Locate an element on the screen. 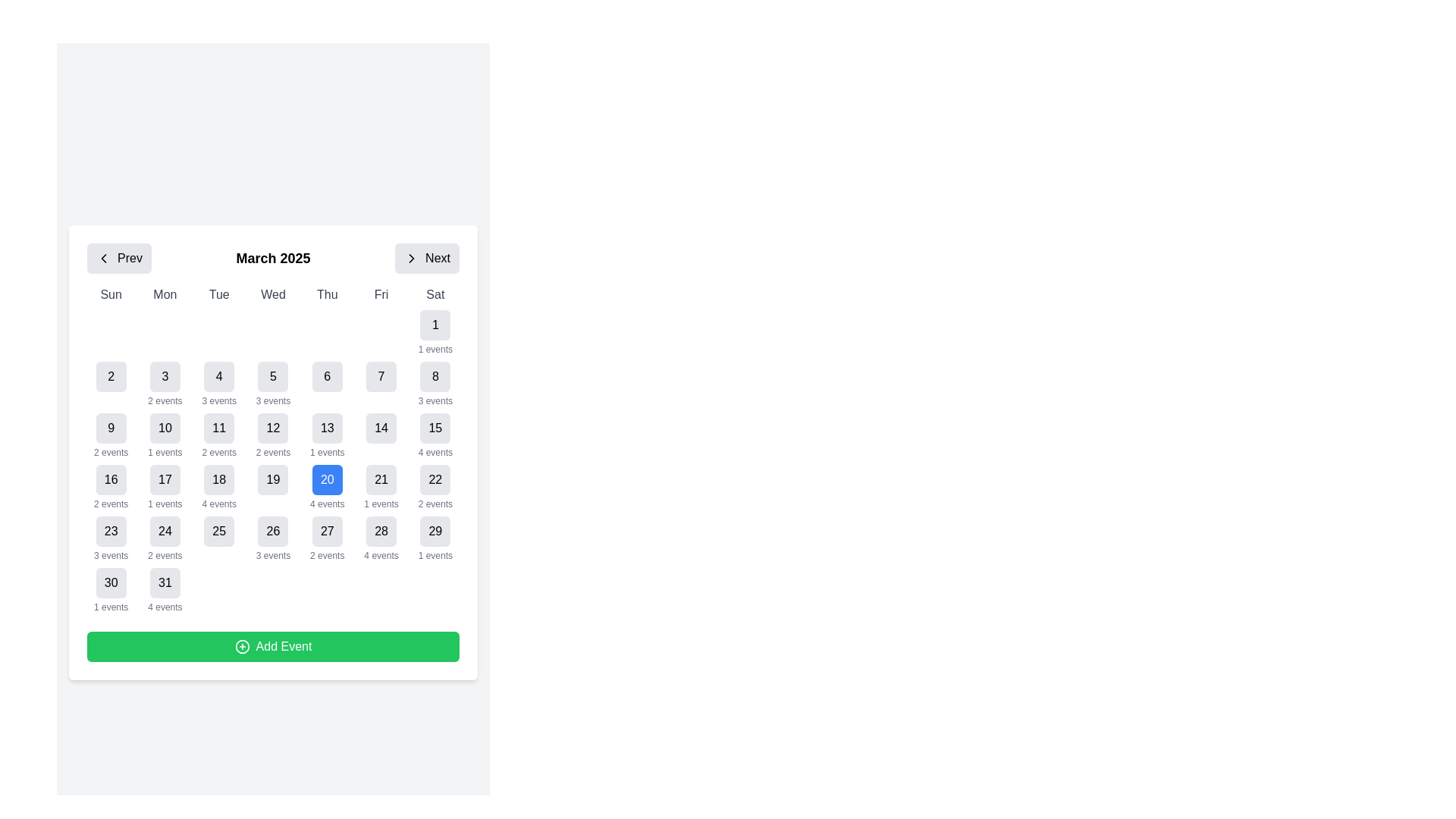 The image size is (1456, 819). the calendar date button for March 5th, 2025, to enable keyboard navigation is located at coordinates (273, 376).